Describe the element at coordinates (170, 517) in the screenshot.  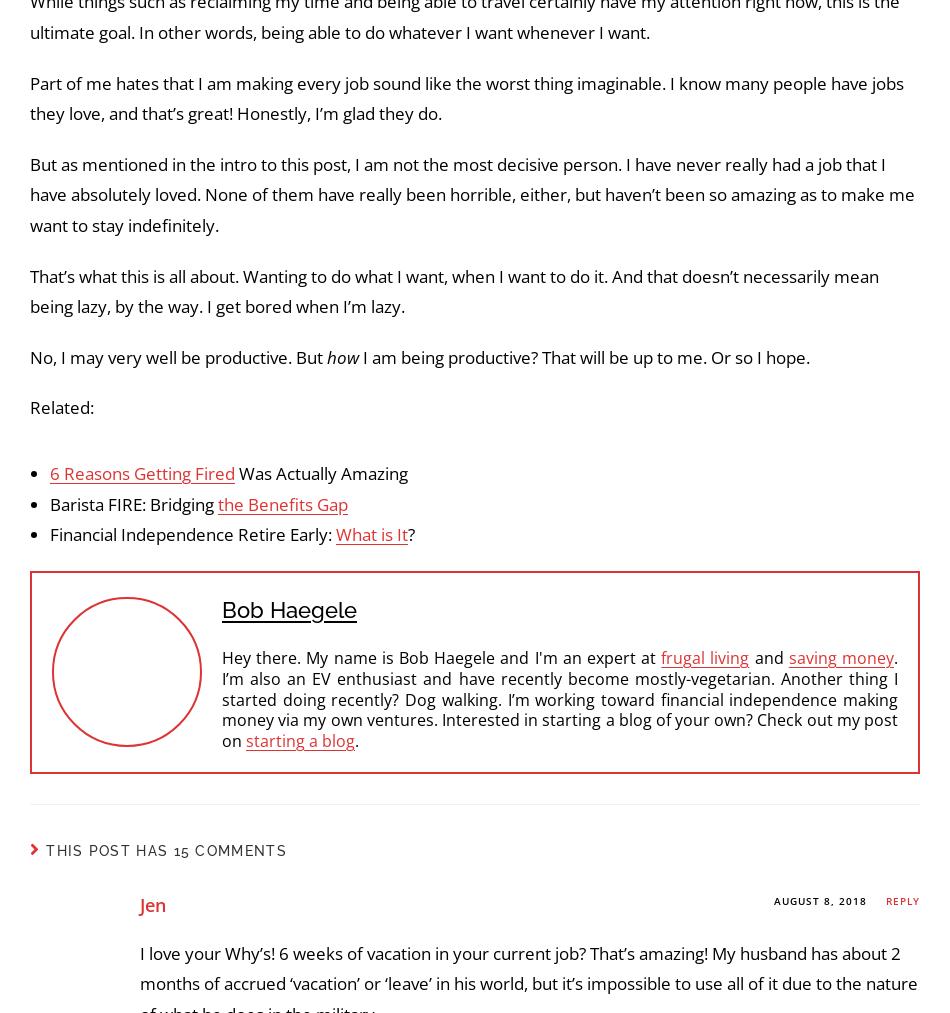
I see `'Reclaiming My Freedom'` at that location.